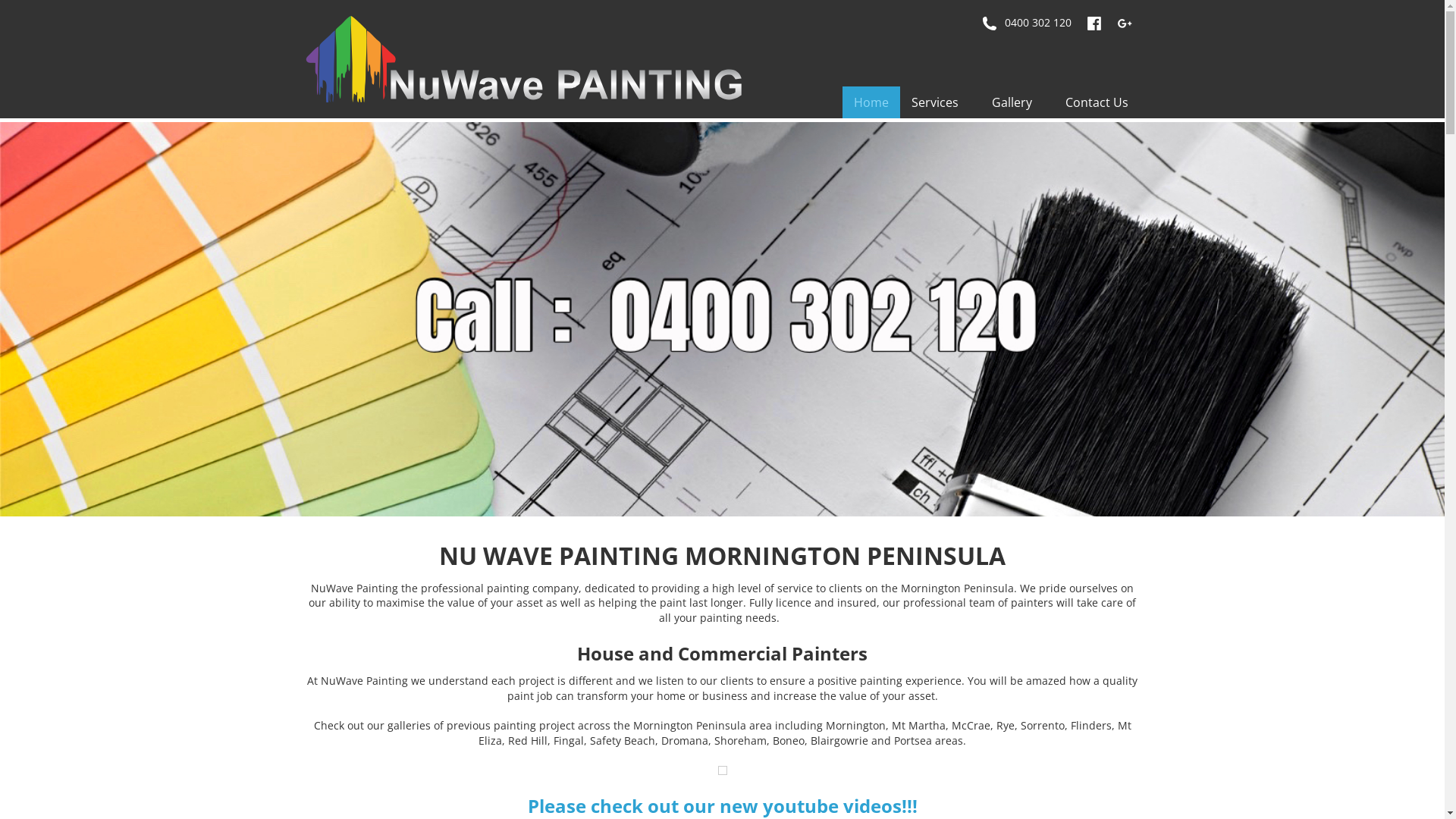 The image size is (1456, 819). I want to click on 'Gallery', so click(1016, 102).